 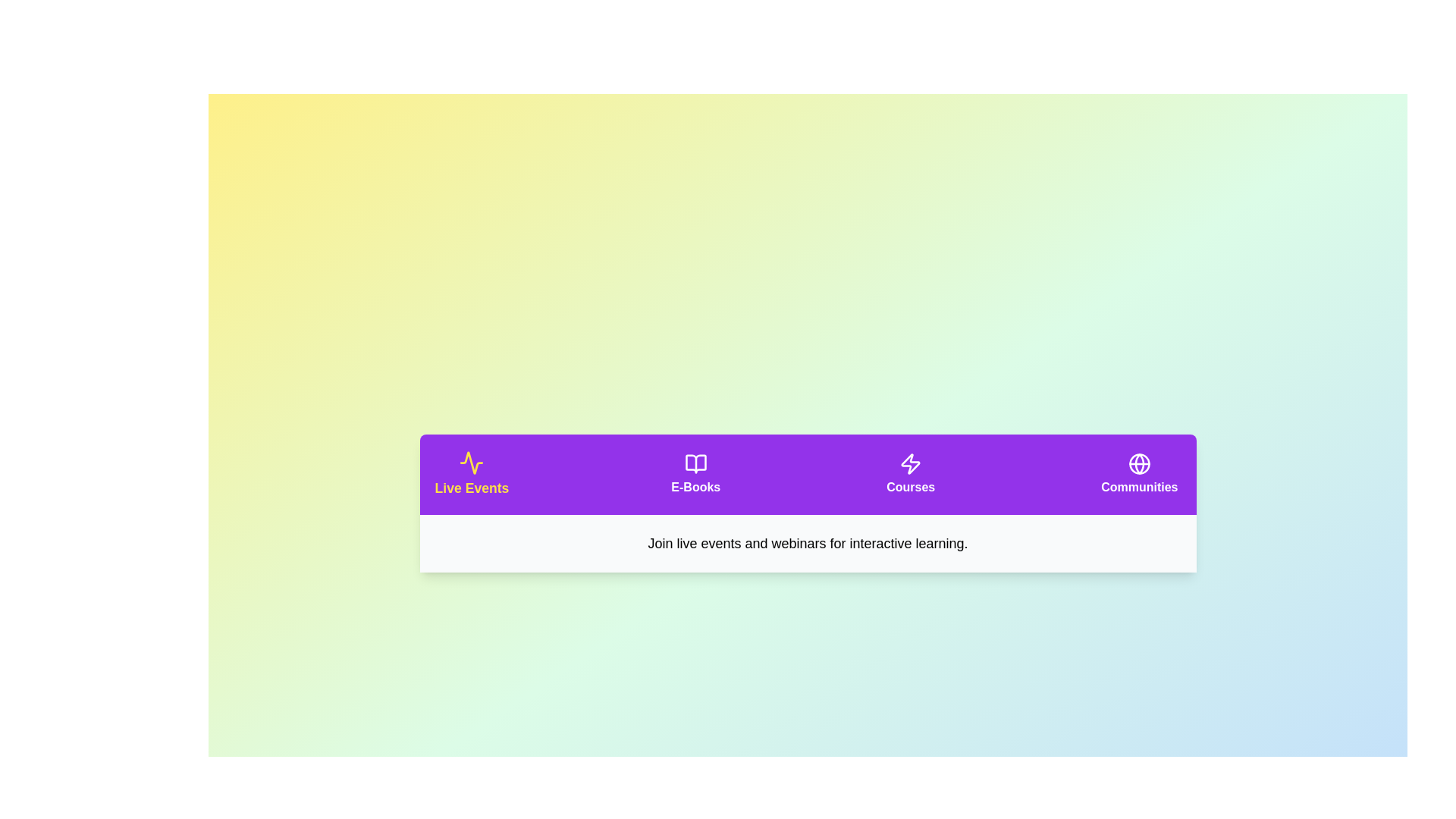 I want to click on the tab button labeled Communities to observe its visual effect, so click(x=1139, y=473).